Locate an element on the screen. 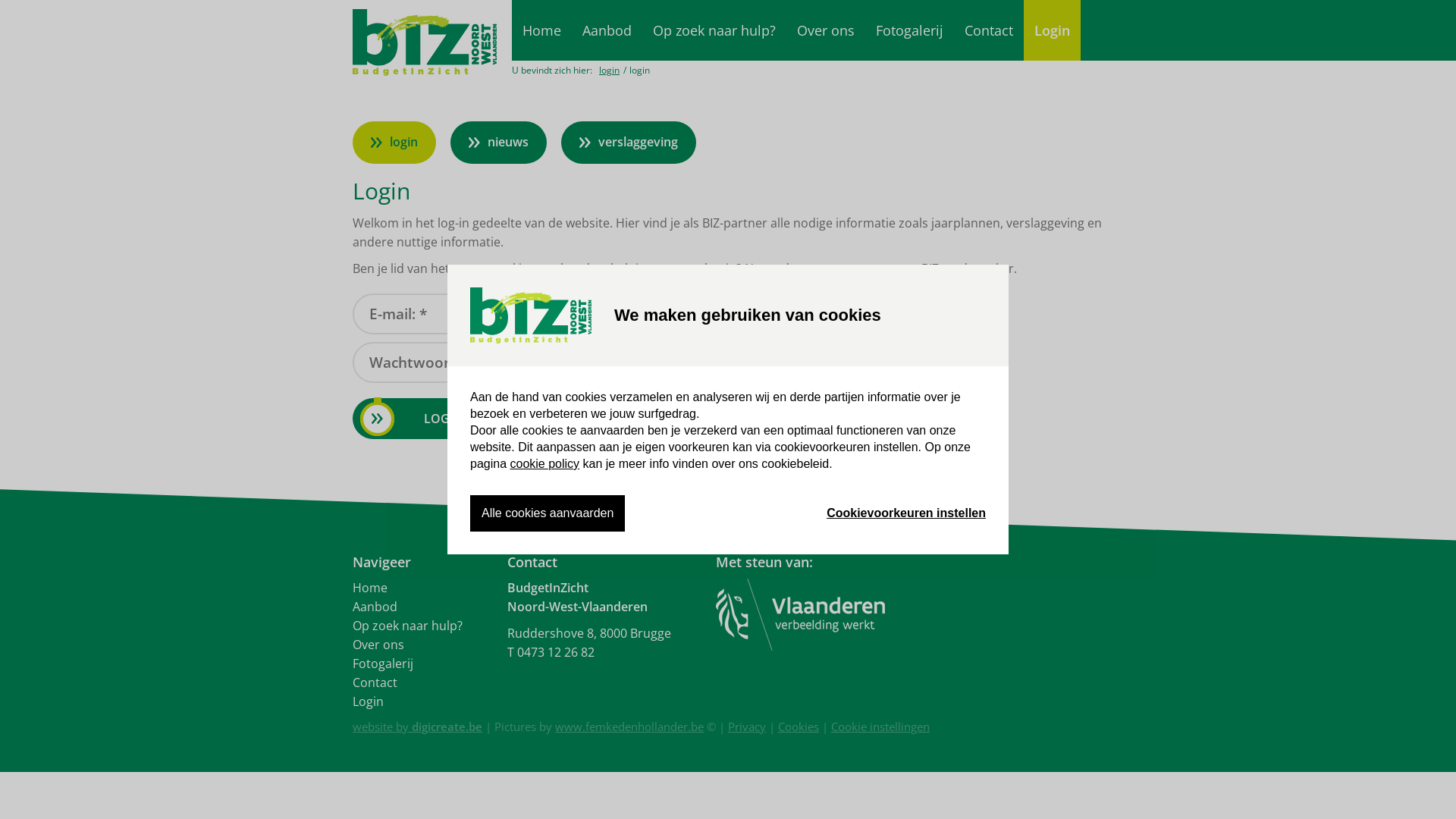 The height and width of the screenshot is (819, 1456). 'Op zoek naar hulp?' is located at coordinates (713, 30).